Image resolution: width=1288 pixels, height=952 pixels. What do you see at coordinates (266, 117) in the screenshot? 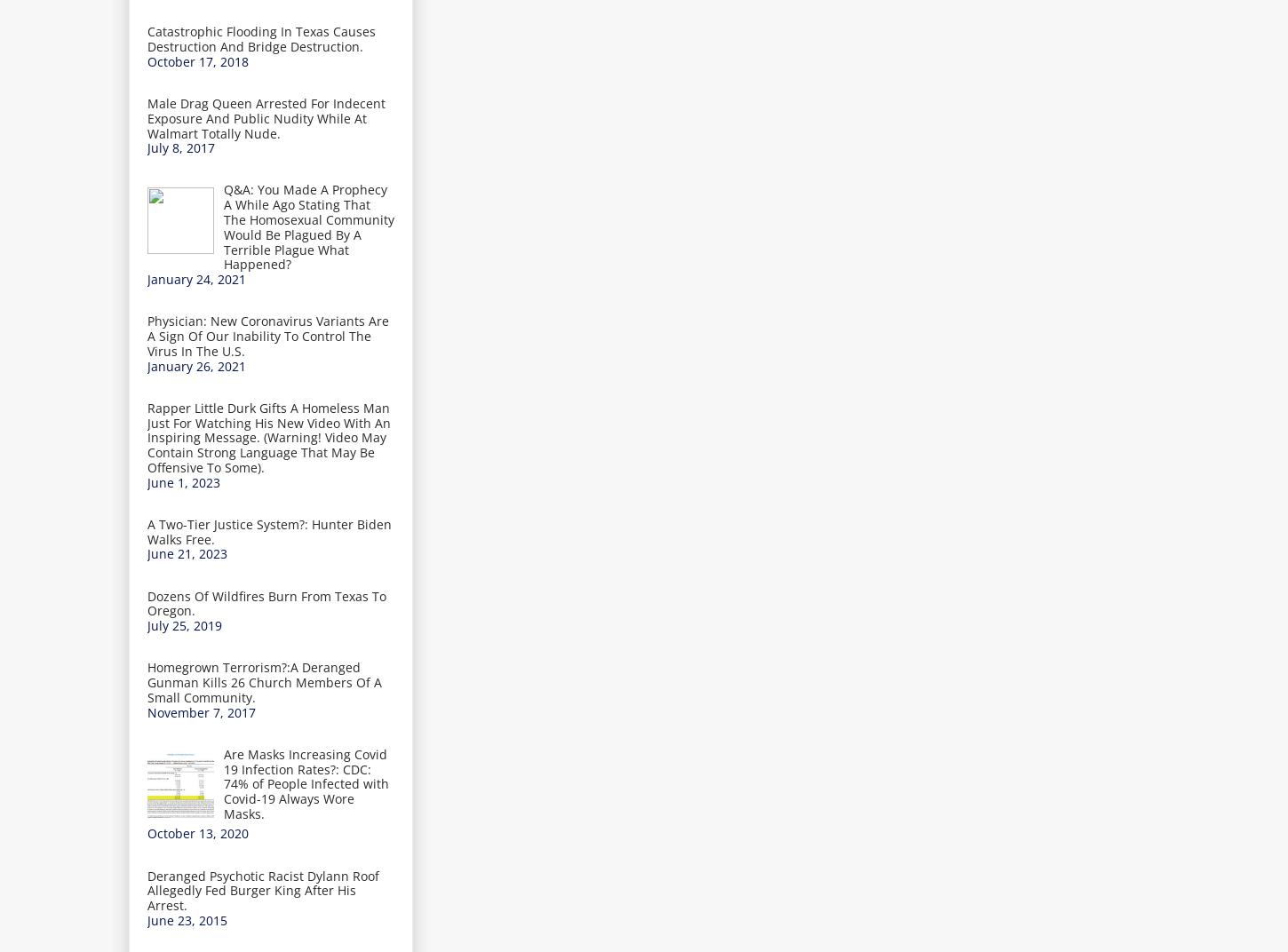
I see `'Male Drag Queen Arrested For Indecent Exposure And Public Nudity While At Walmart Totally Nude.'` at bounding box center [266, 117].